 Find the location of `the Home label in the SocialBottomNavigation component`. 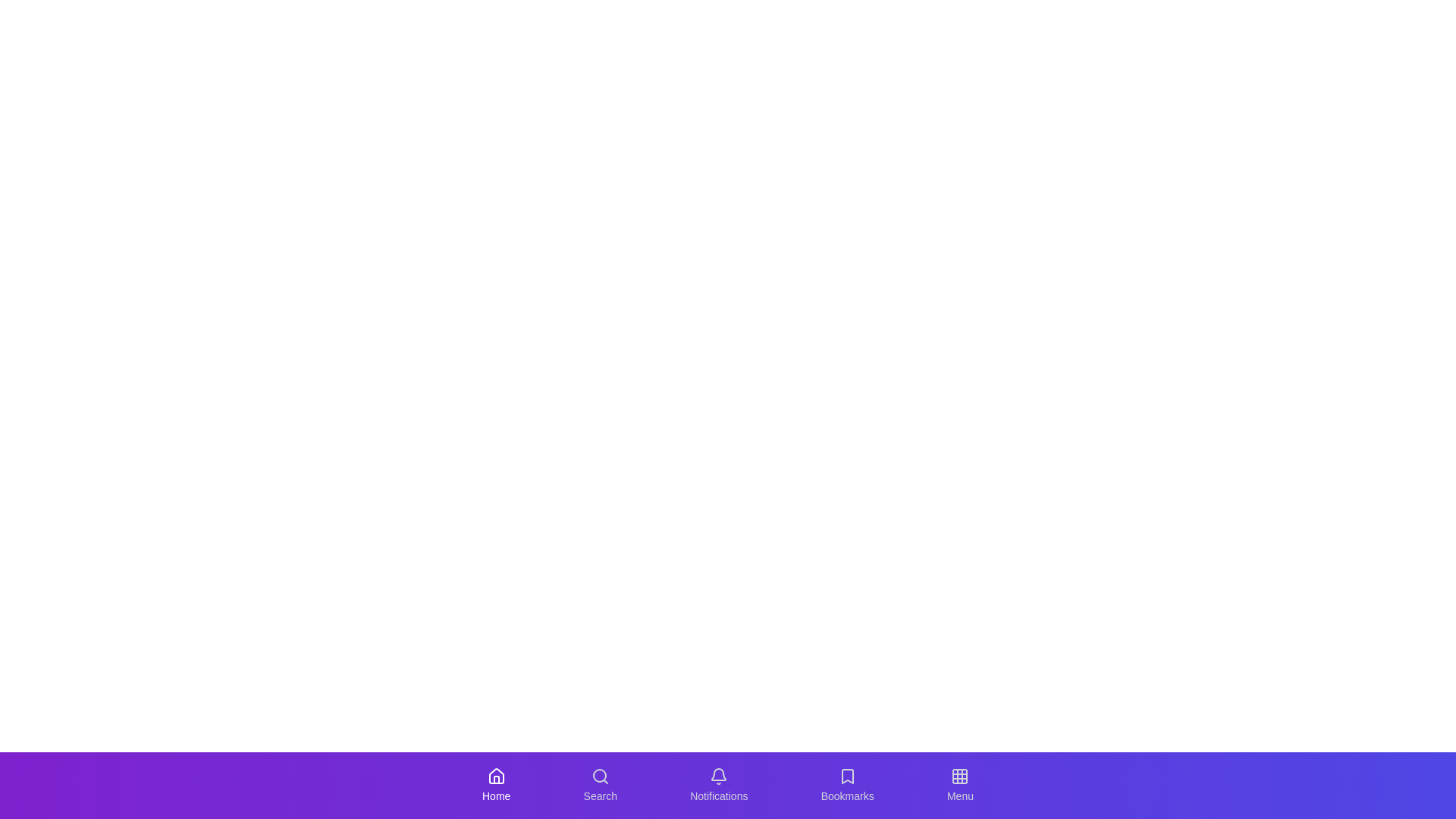

the Home label in the SocialBottomNavigation component is located at coordinates (496, 795).